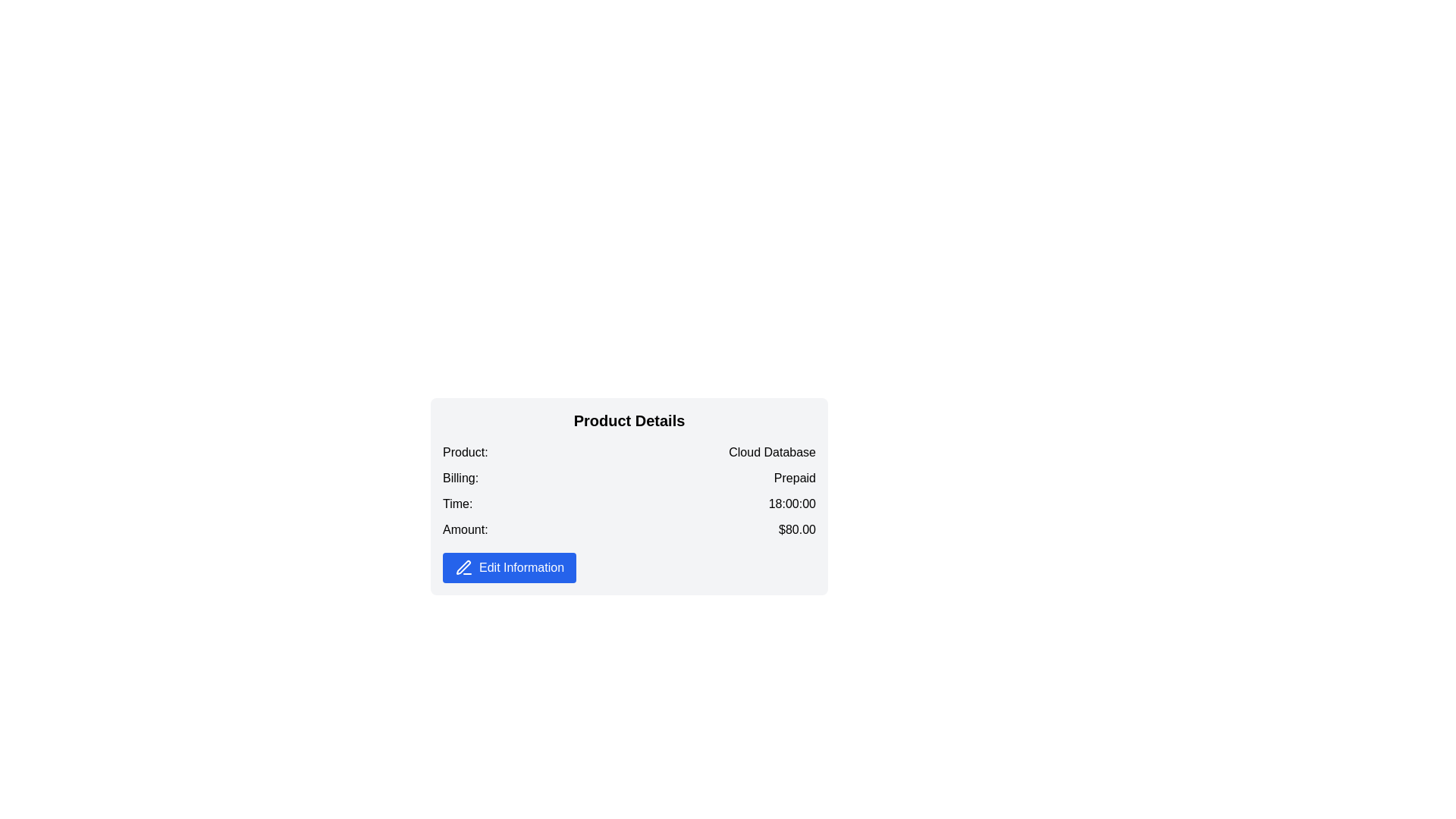 The height and width of the screenshot is (819, 1456). What do you see at coordinates (791, 505) in the screenshot?
I see `the static text element displaying time information, located in the 'Time' field, to the right of the label 'Time:'` at bounding box center [791, 505].